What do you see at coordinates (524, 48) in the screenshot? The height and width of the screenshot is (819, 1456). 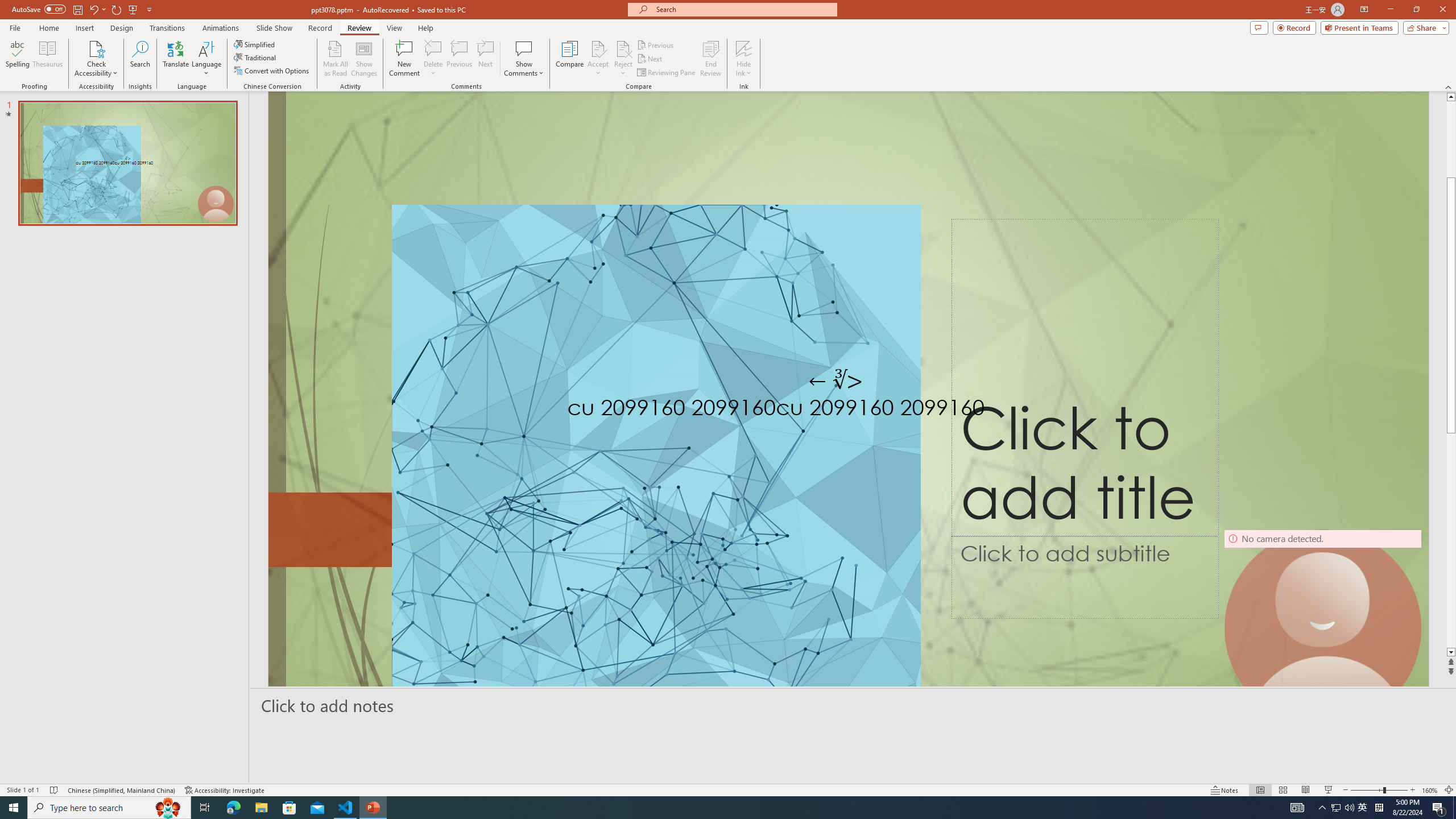 I see `'Show Comments'` at bounding box center [524, 48].